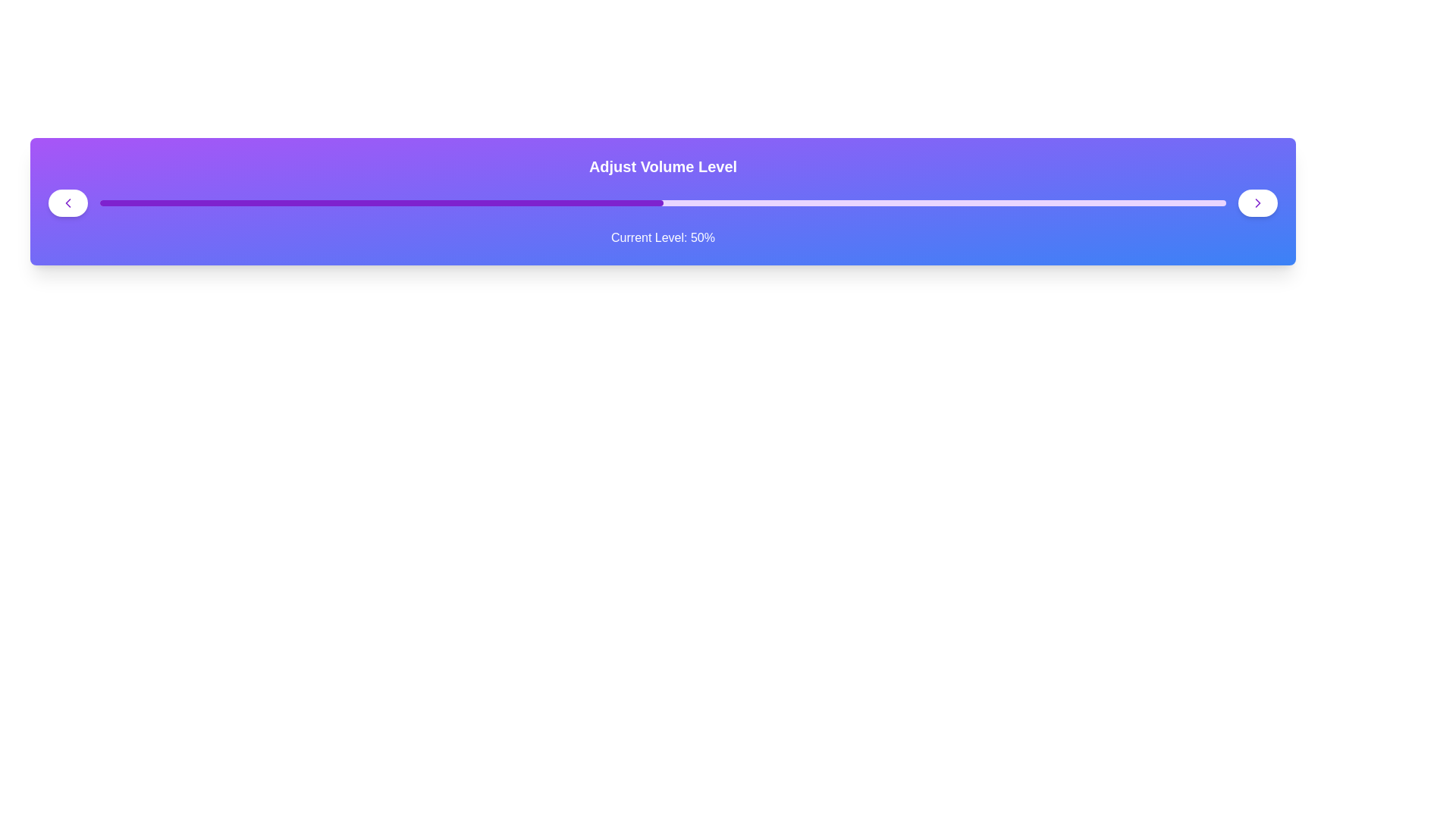 This screenshot has width=1456, height=819. What do you see at coordinates (663, 166) in the screenshot?
I see `the 'Adjust Volume Level' text label, which is styled in bold and slightly larger font, centered against a gradient background of purple to blue` at bounding box center [663, 166].